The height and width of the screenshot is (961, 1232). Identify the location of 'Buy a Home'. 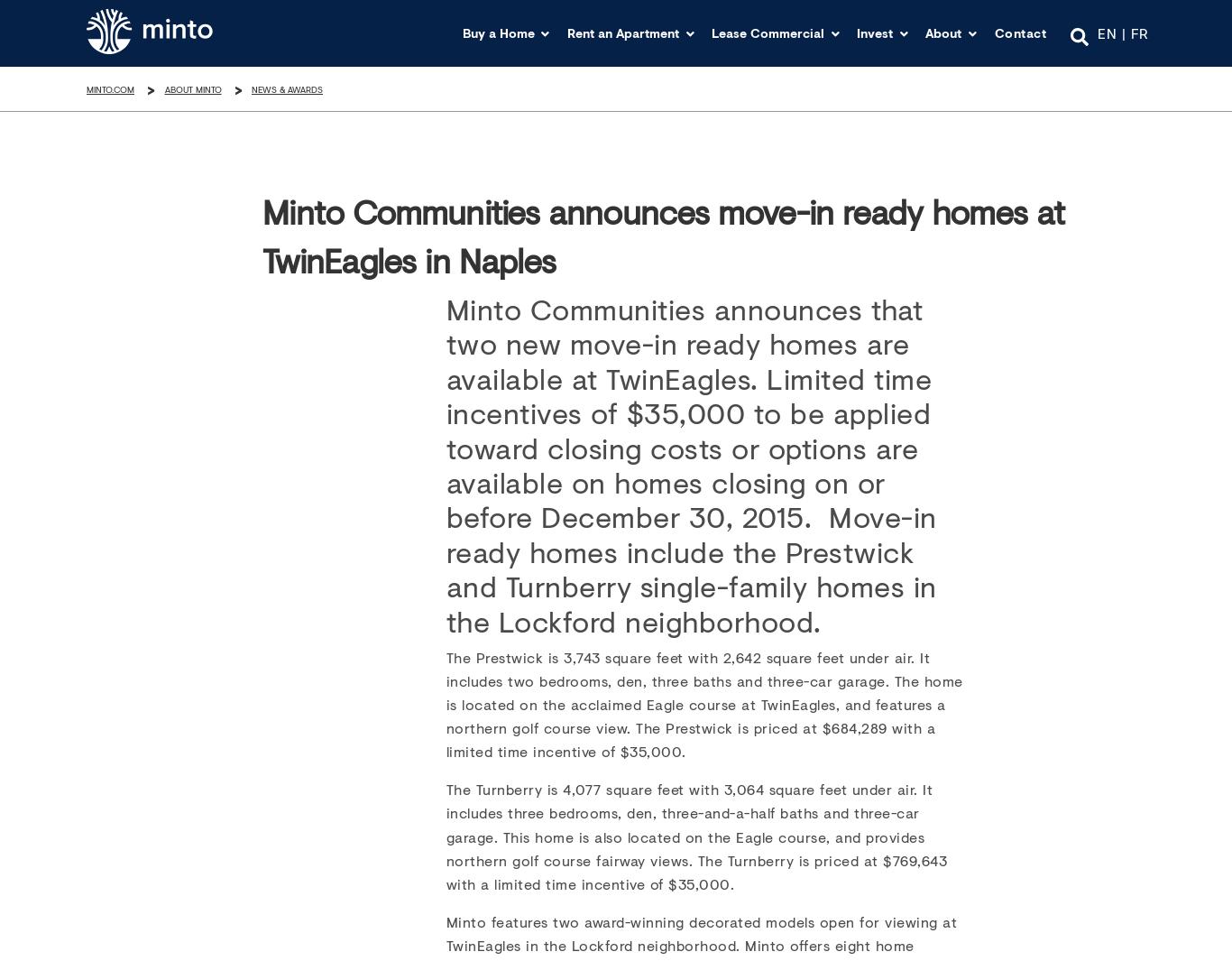
(498, 32).